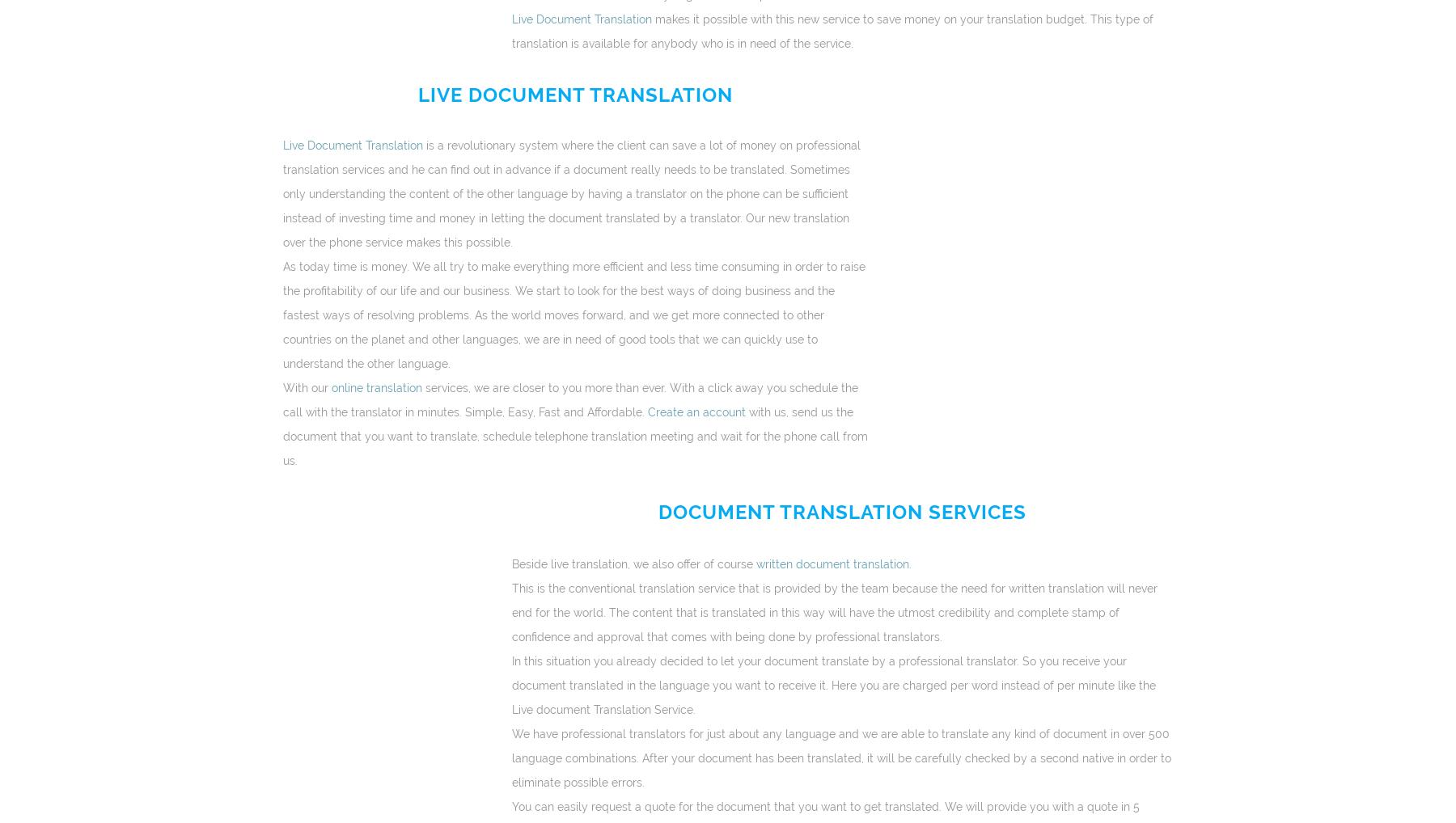  Describe the element at coordinates (574, 435) in the screenshot. I see `'with us, send us the document that you want to translate, schedule telephone translation meeting and wait for the phone call from us.'` at that location.